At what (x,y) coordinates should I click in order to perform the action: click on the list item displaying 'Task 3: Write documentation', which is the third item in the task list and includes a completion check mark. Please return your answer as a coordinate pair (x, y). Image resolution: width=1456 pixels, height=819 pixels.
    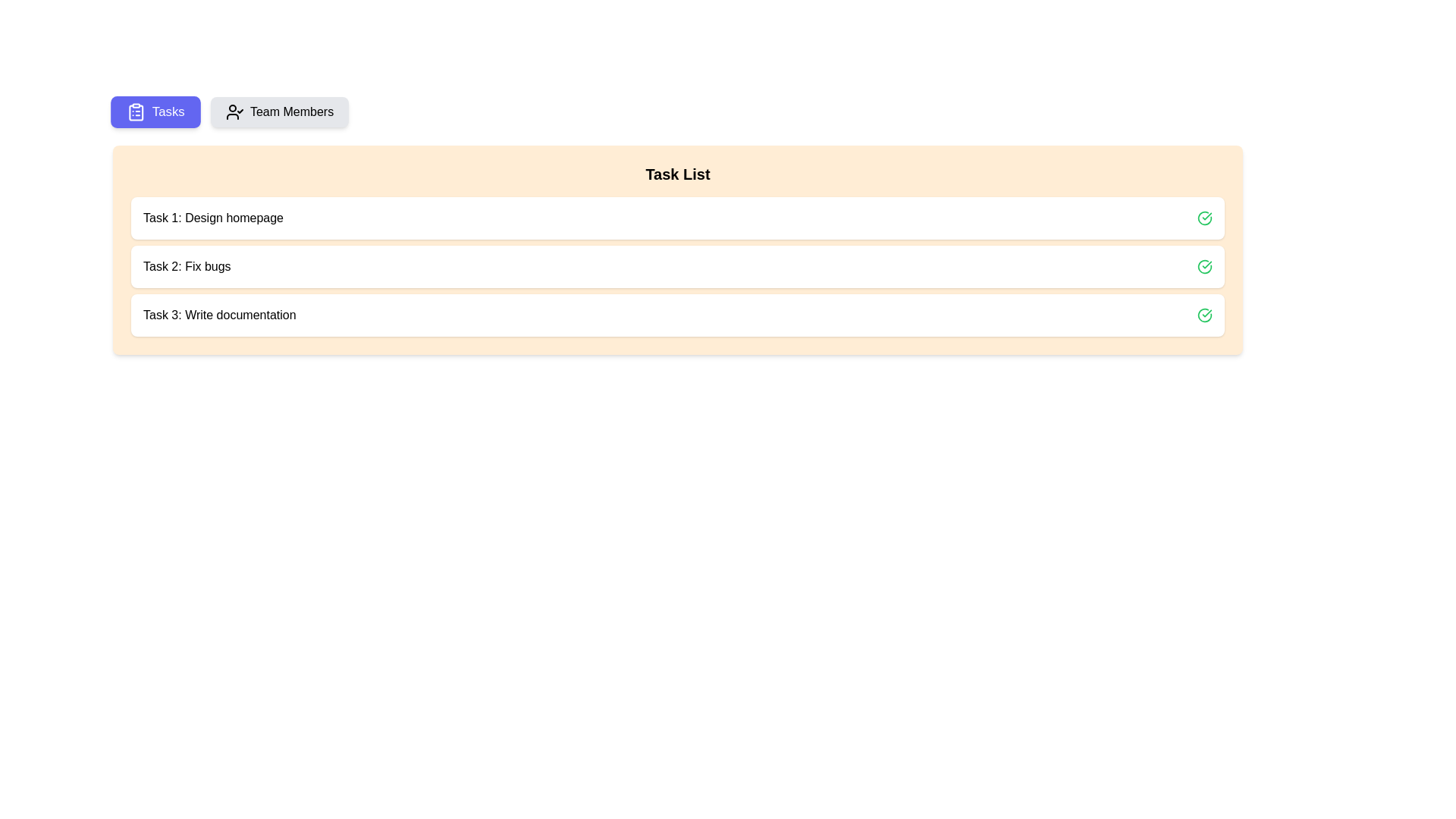
    Looking at the image, I should click on (676, 315).